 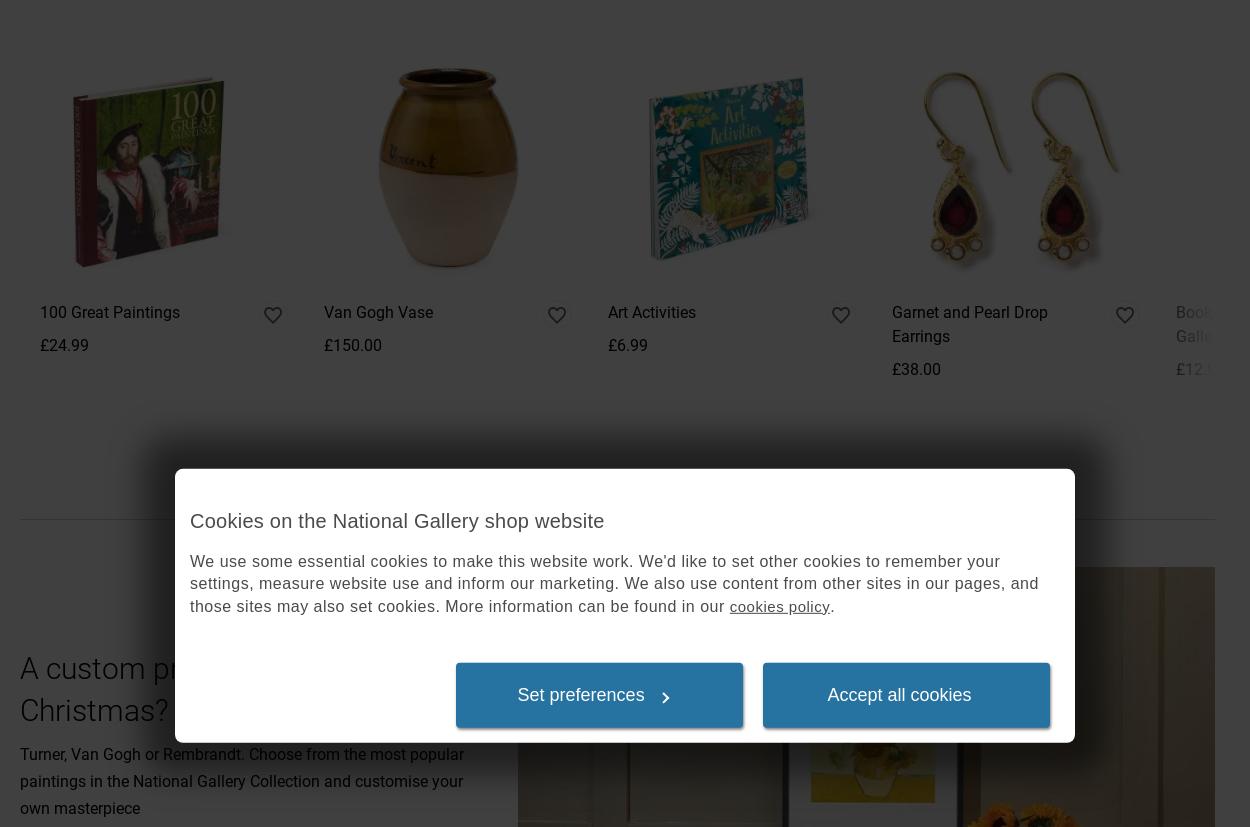 What do you see at coordinates (1019, 18) in the screenshot?
I see `'Sign up'` at bounding box center [1019, 18].